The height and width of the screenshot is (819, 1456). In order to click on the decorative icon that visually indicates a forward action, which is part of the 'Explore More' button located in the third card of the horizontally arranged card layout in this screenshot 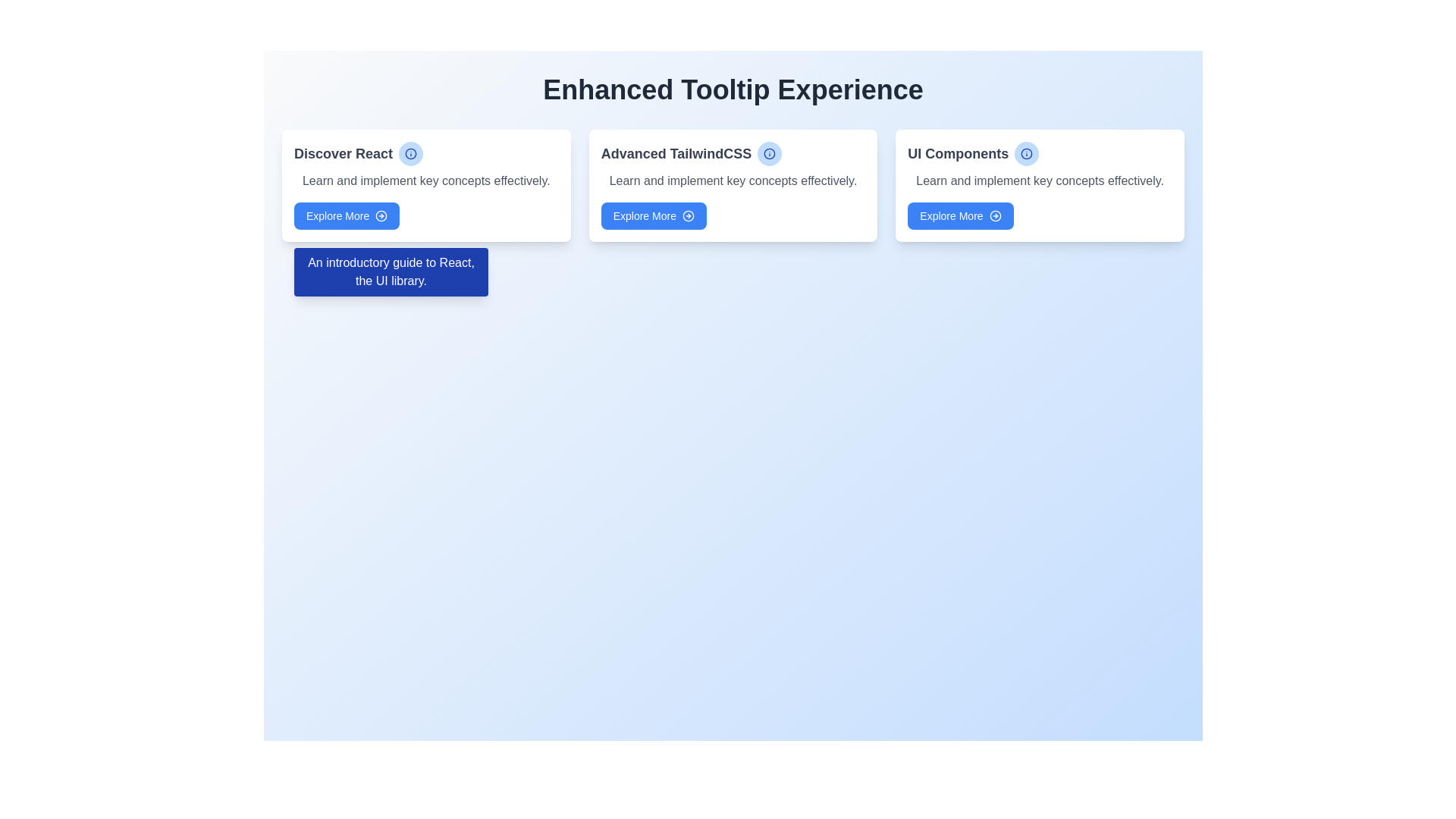, I will do `click(995, 216)`.